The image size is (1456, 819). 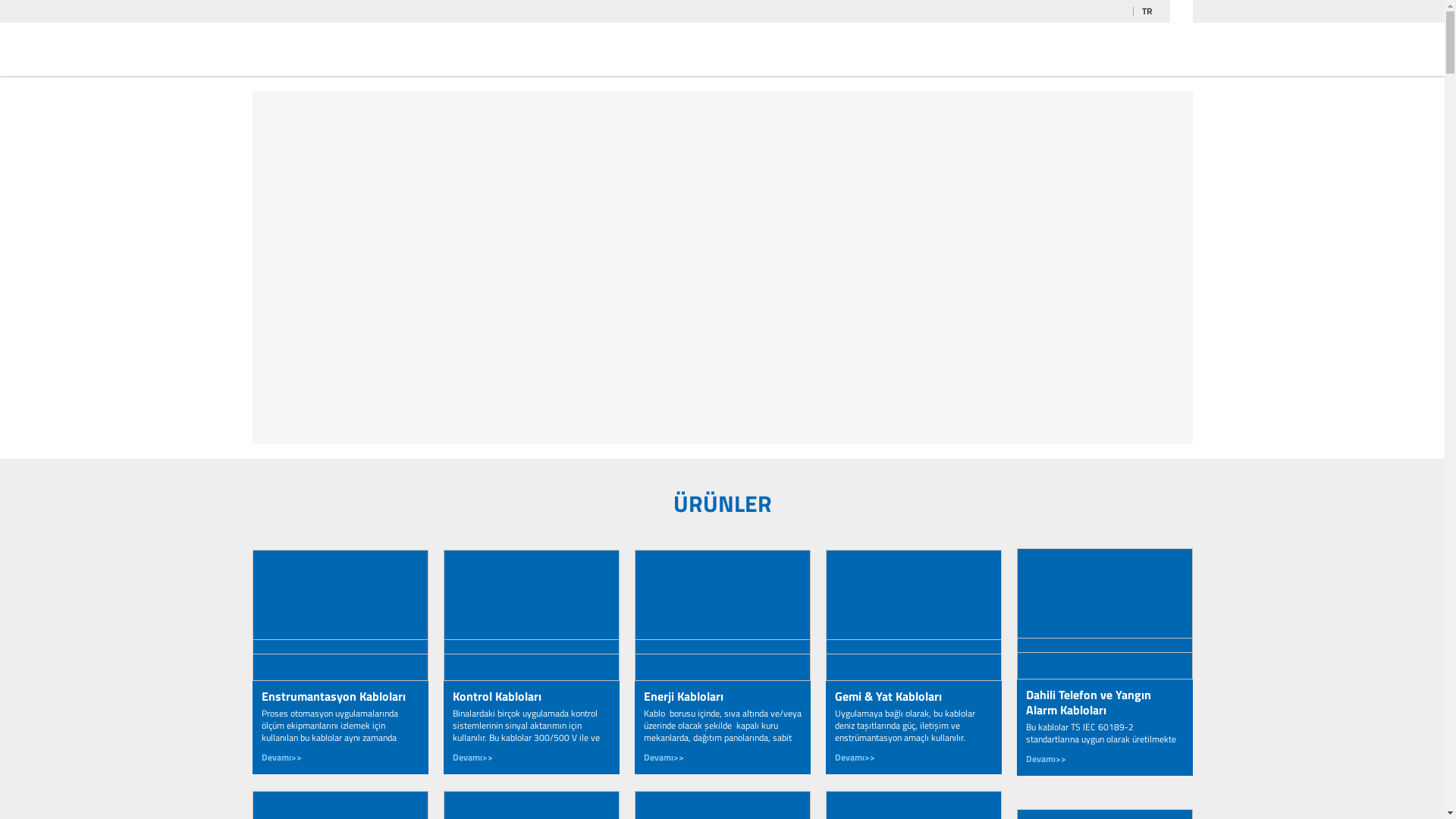 I want to click on 'TR', so click(x=1151, y=11).